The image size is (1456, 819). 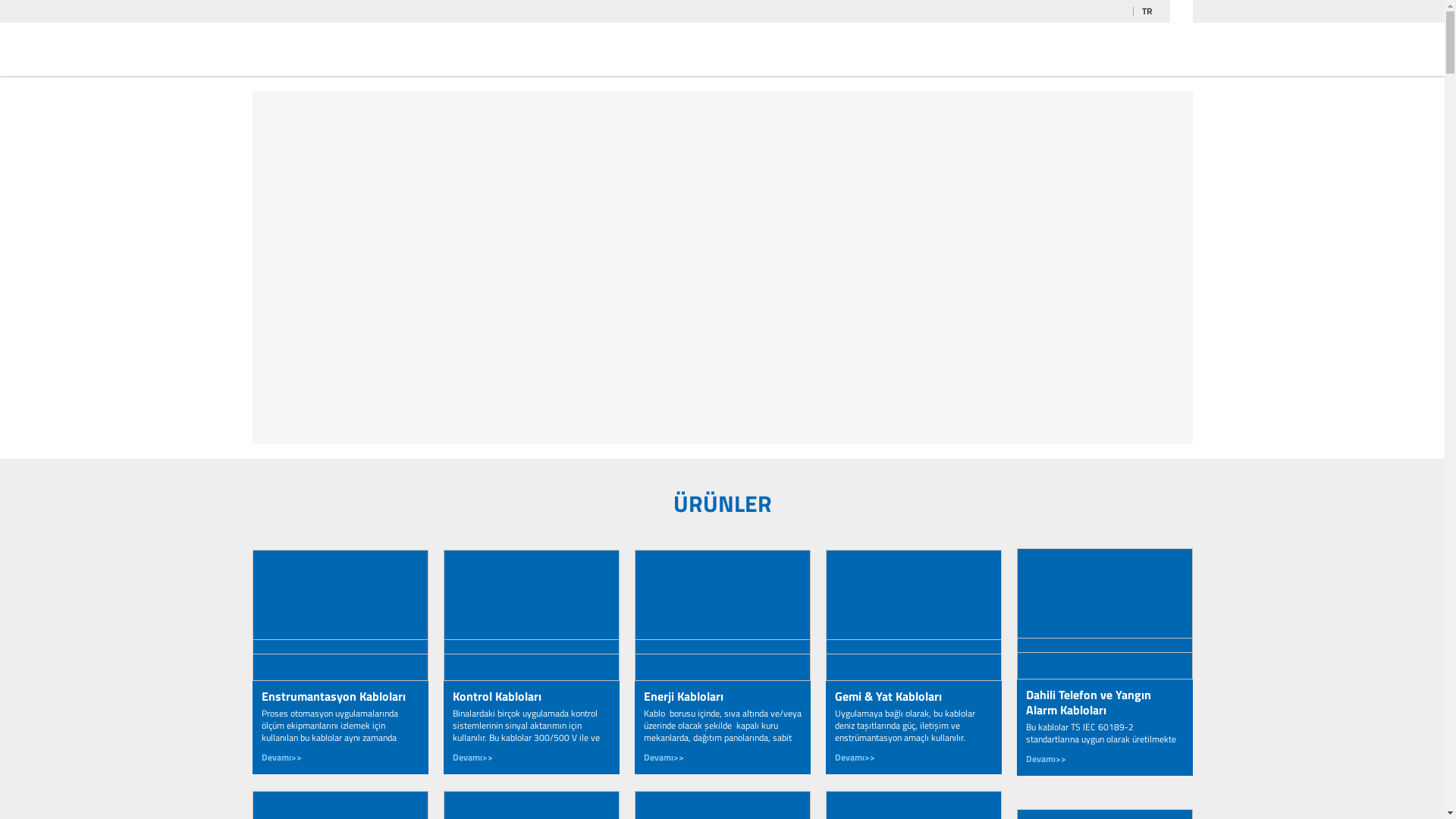 I want to click on 'TR', so click(x=1151, y=11).